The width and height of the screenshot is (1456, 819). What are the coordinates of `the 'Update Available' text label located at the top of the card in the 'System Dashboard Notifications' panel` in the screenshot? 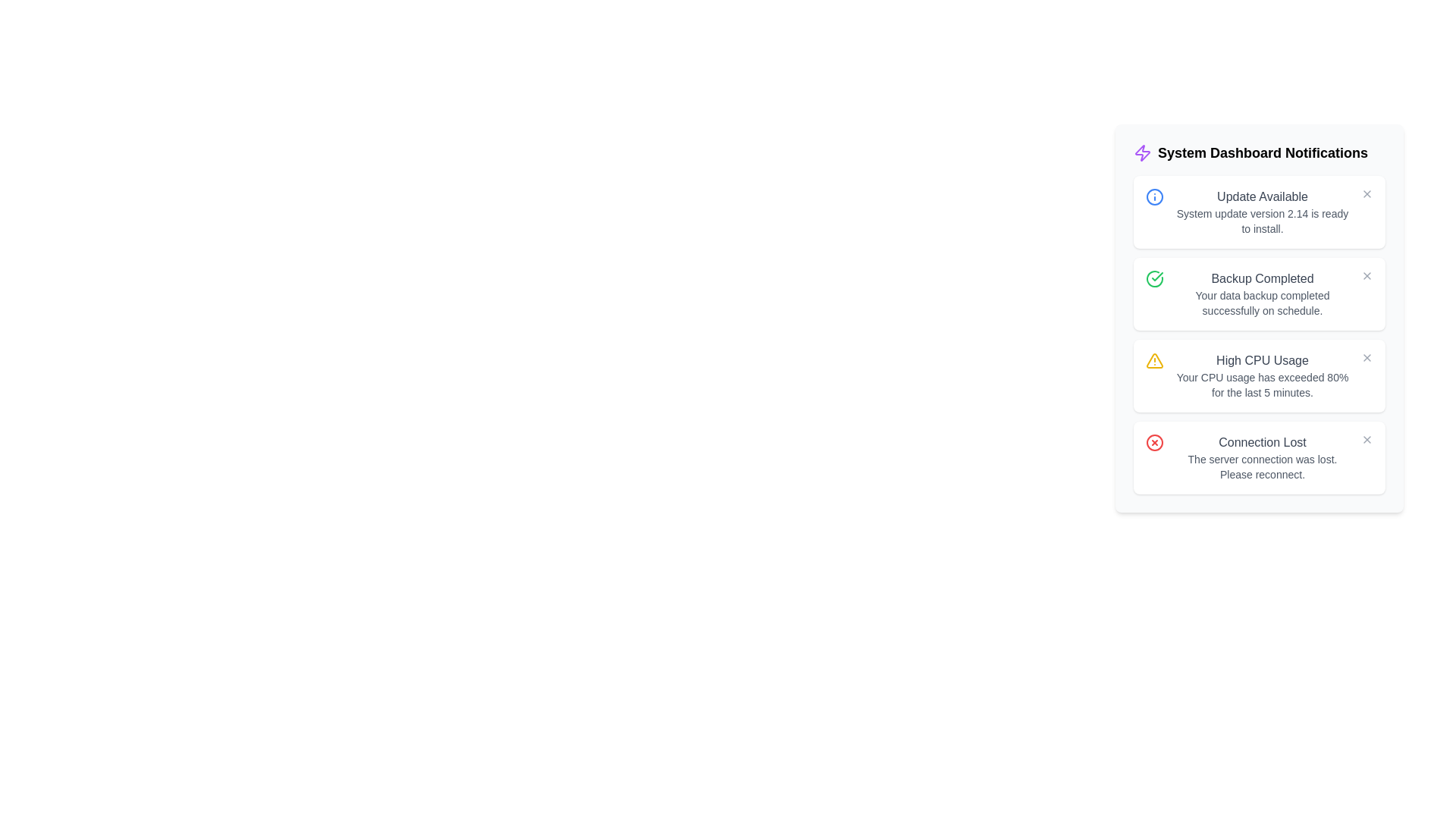 It's located at (1263, 196).